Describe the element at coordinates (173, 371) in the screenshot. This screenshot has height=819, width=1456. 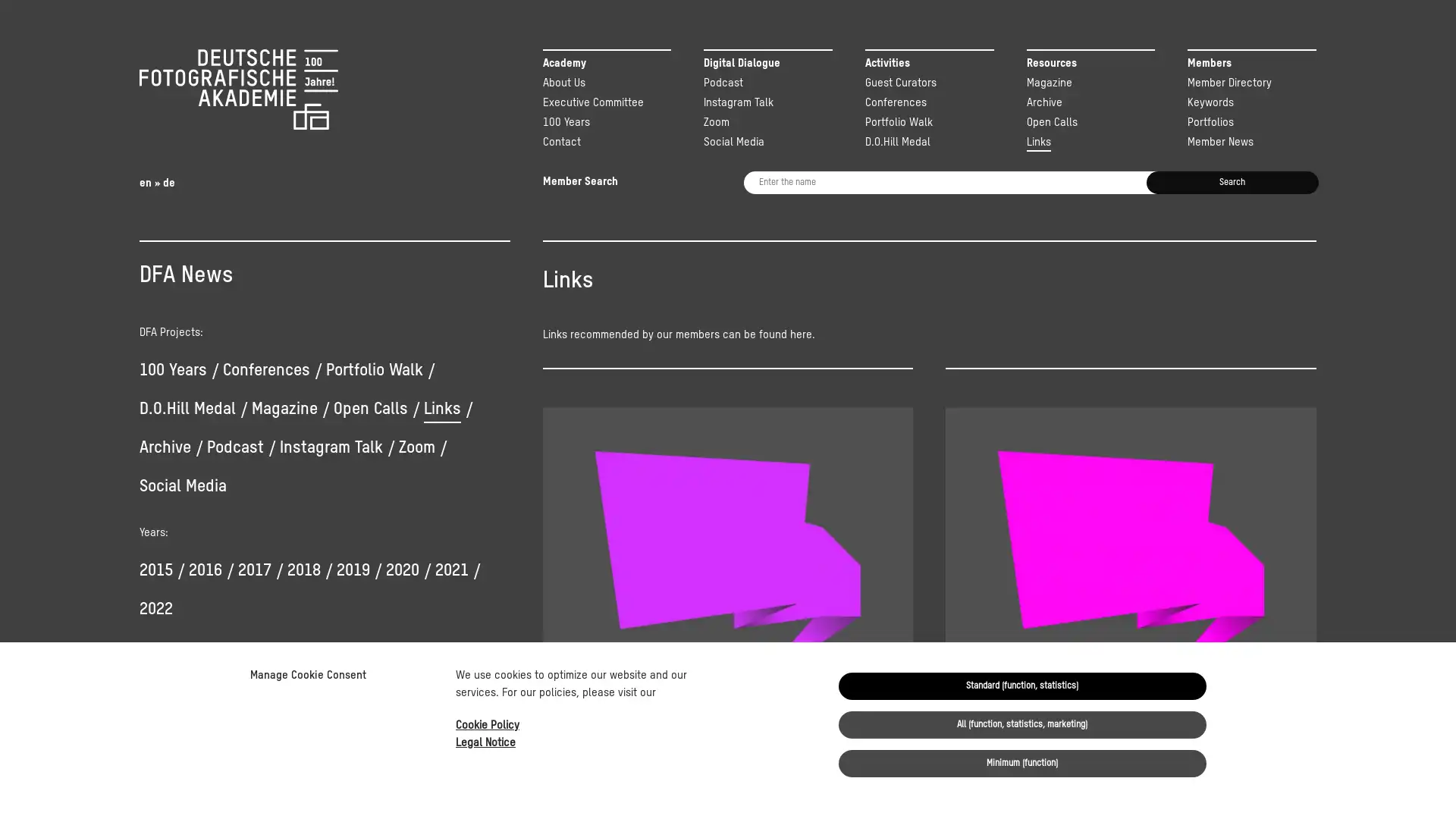
I see `100 Years` at that location.